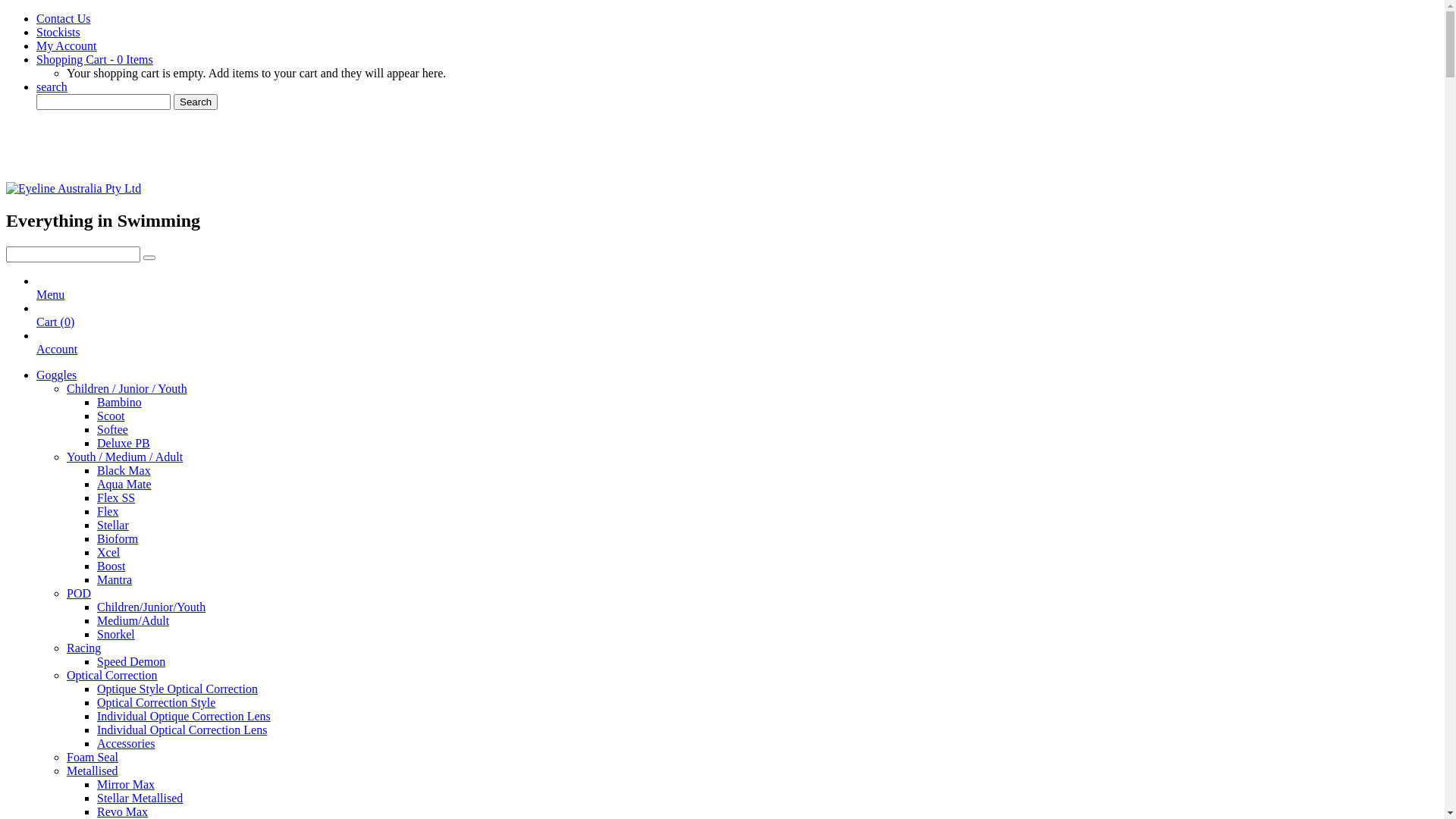 The width and height of the screenshot is (1456, 819). What do you see at coordinates (65, 592) in the screenshot?
I see `'POD'` at bounding box center [65, 592].